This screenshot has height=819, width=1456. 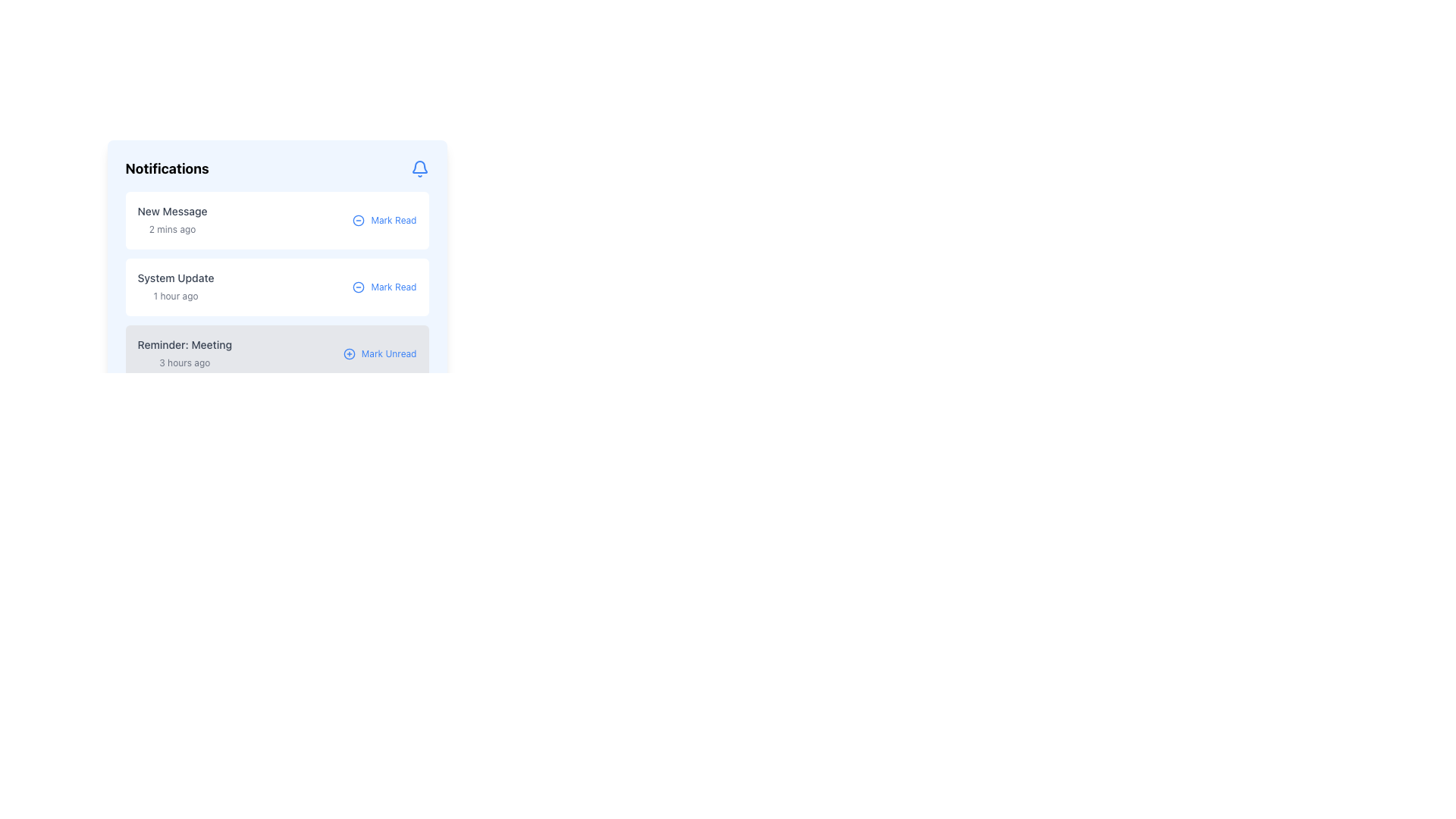 I want to click on the interactive text link with an accompanying icon in the bottom-right corner of the 'System Update' notification card to mark the notification as read, so click(x=384, y=287).